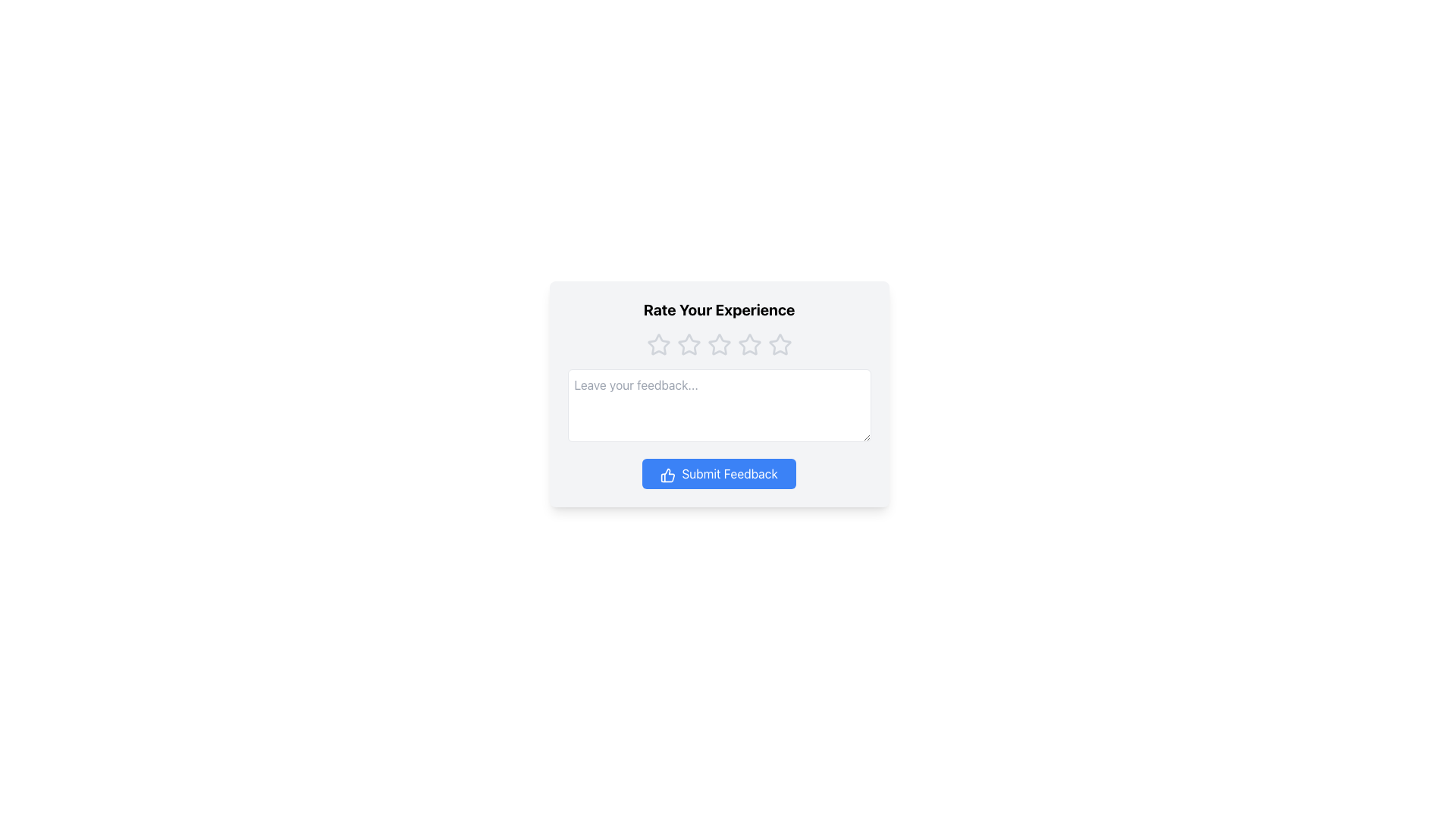  Describe the element at coordinates (718, 472) in the screenshot. I see `the feedback submission button to see a focus outline` at that location.